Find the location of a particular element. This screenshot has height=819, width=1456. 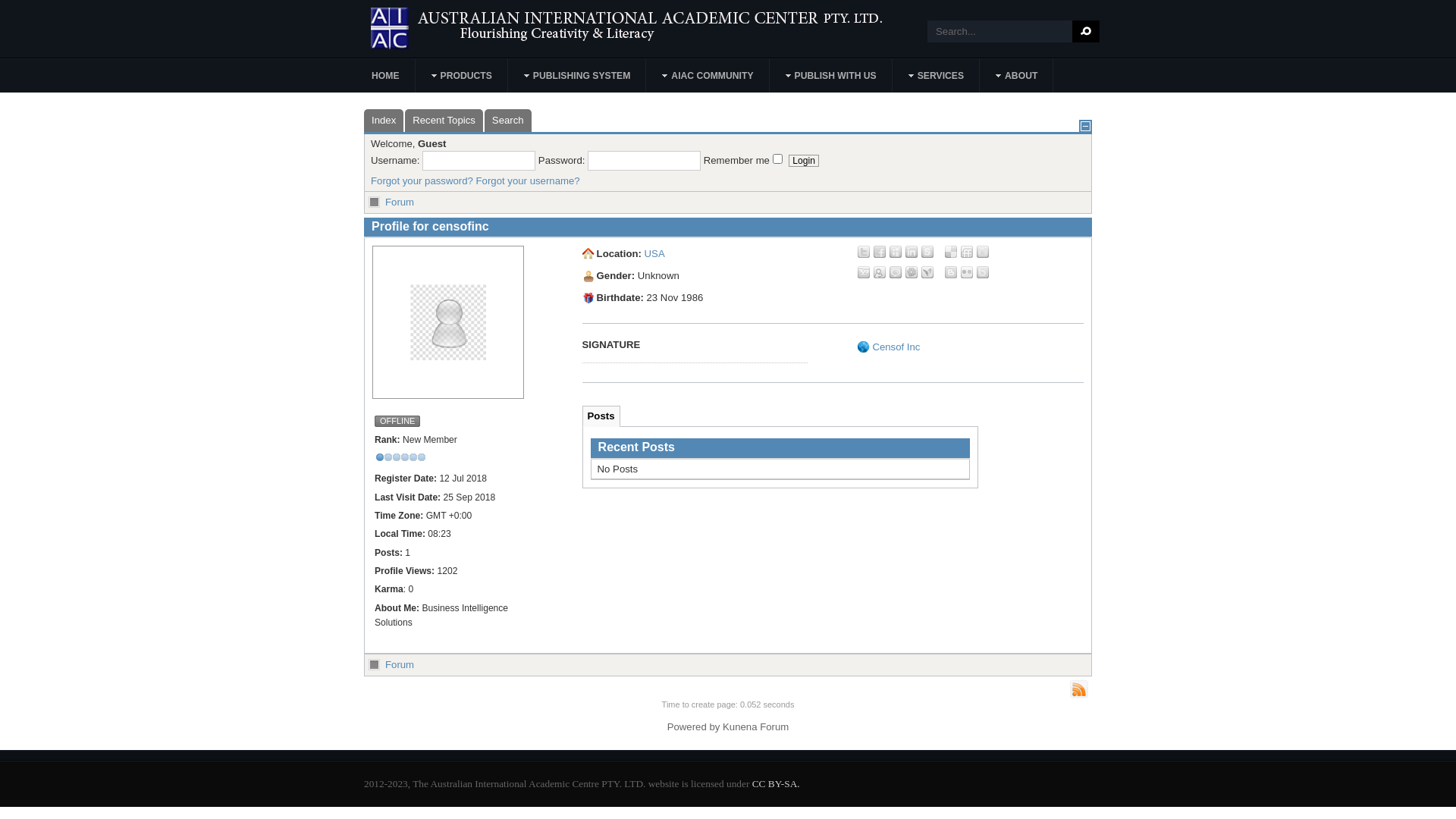

'AIAC COMMUNITY' is located at coordinates (647, 76).